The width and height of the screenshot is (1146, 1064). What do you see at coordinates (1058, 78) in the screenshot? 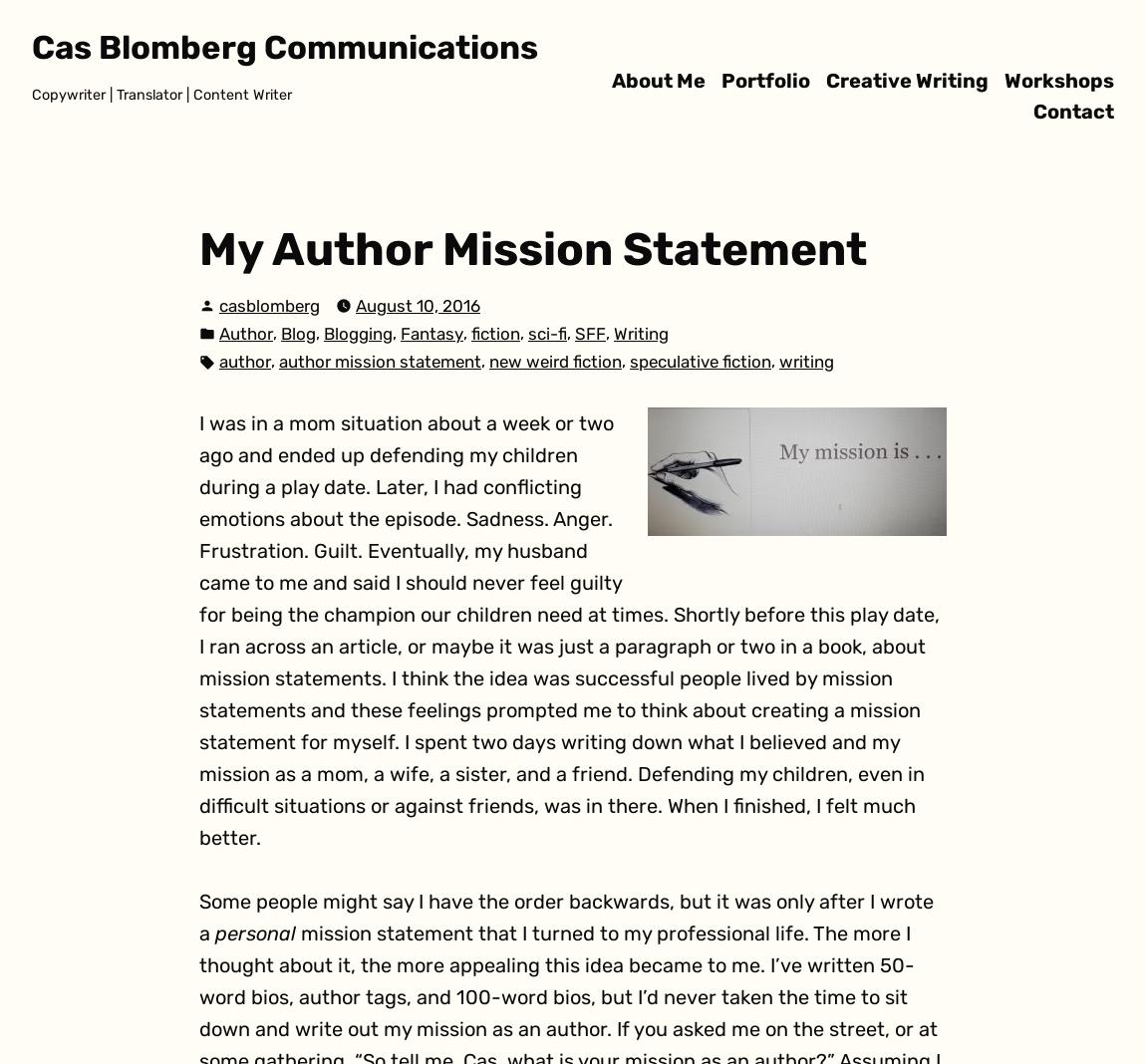
I see `'Workshops'` at bounding box center [1058, 78].